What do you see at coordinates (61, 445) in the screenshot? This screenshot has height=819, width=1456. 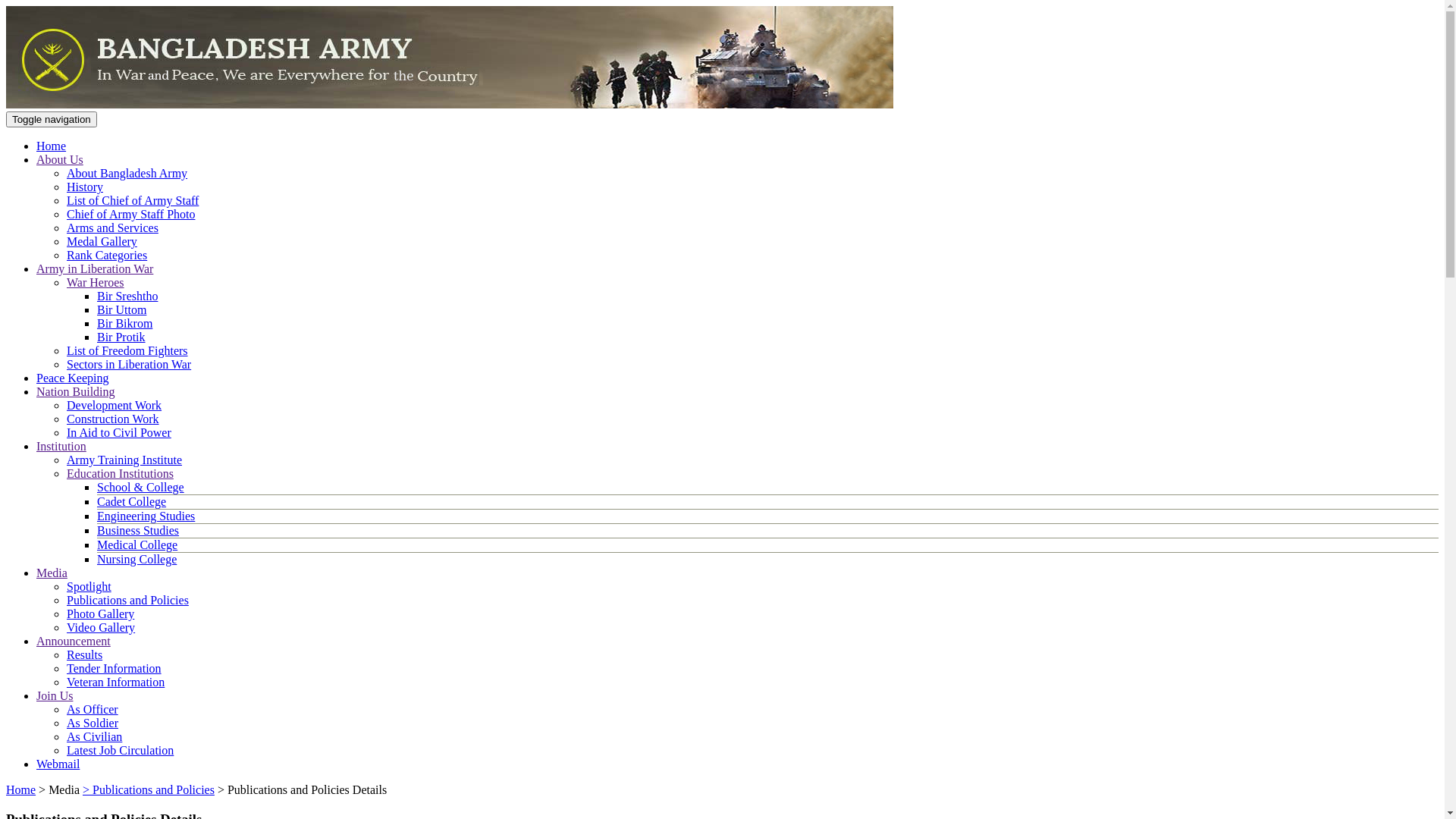 I see `'Institution'` at bounding box center [61, 445].